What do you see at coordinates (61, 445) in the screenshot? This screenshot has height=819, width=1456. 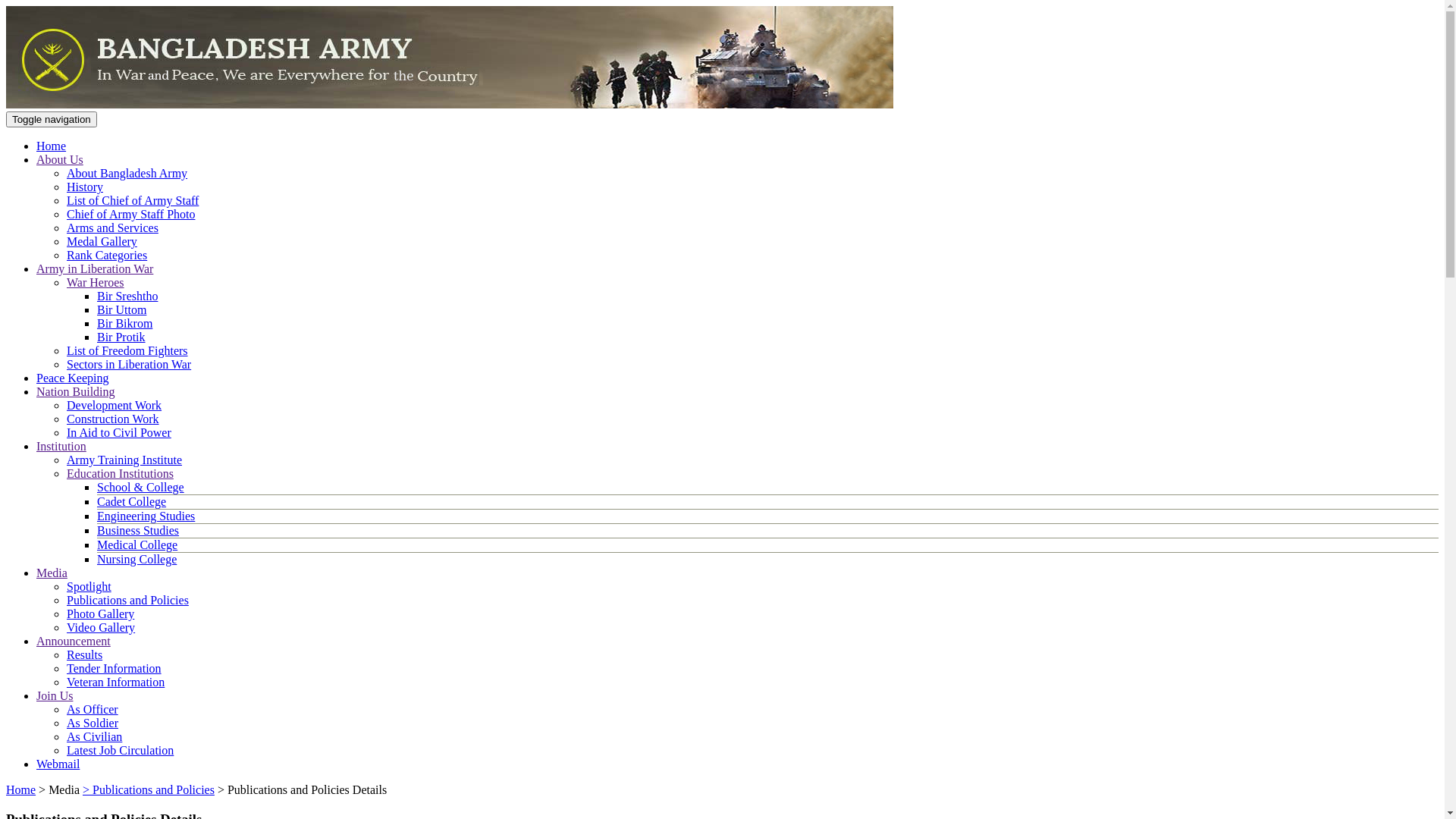 I see `'Institution'` at bounding box center [61, 445].